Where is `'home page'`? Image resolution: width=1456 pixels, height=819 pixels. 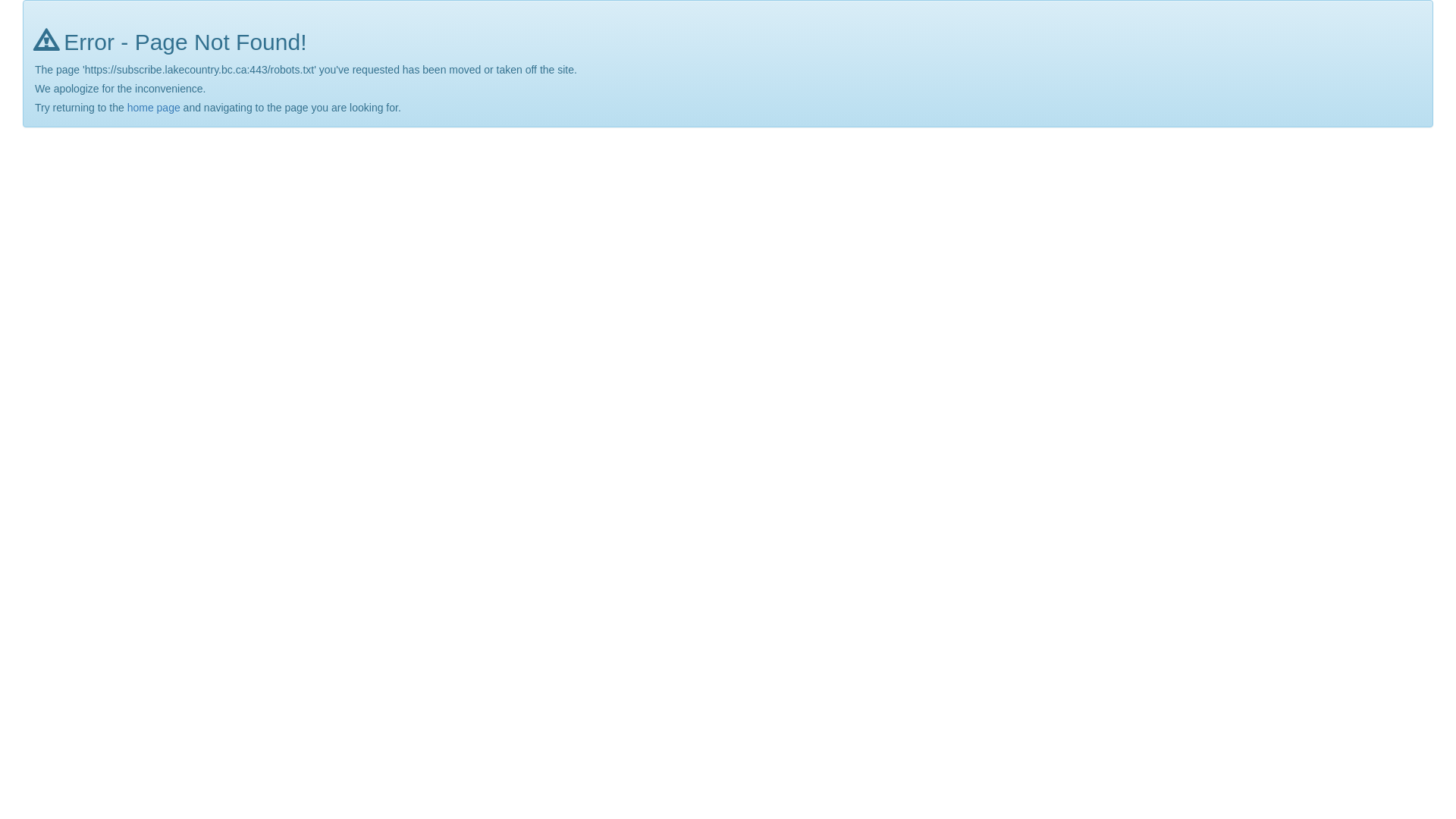
'home page' is located at coordinates (153, 107).